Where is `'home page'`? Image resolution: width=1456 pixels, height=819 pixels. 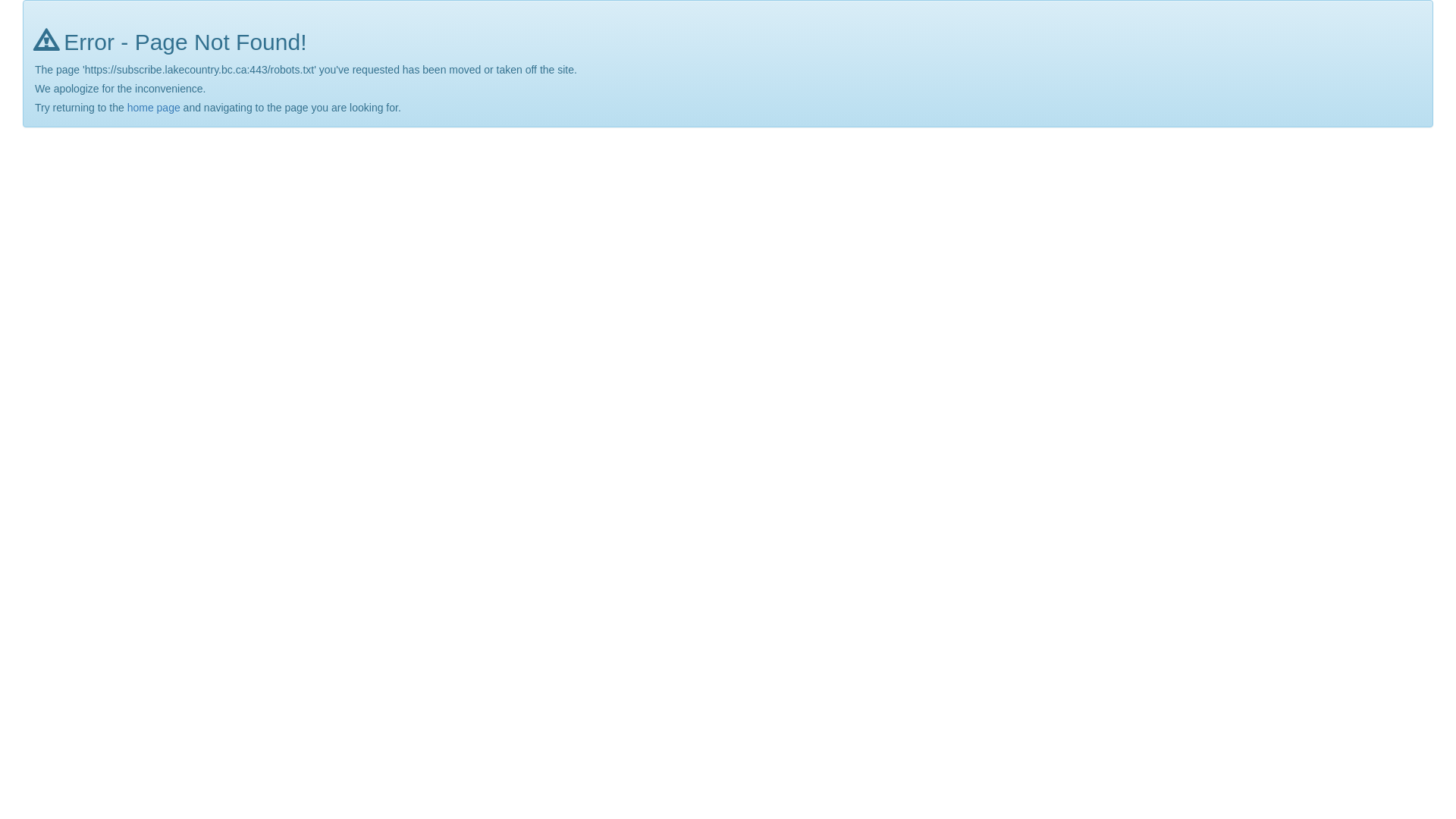
'home page' is located at coordinates (153, 107).